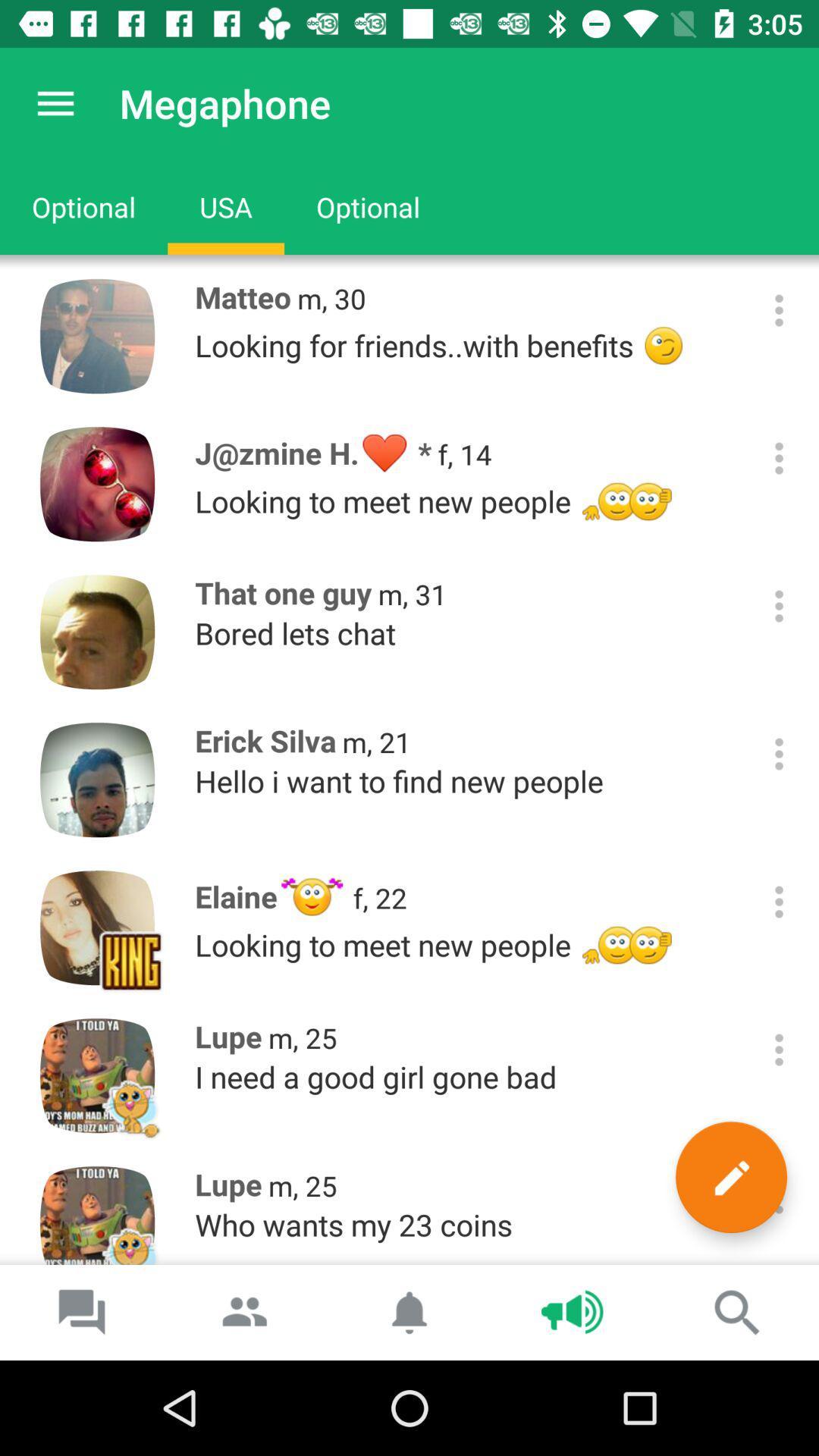  What do you see at coordinates (730, 1176) in the screenshot?
I see `the edit icon` at bounding box center [730, 1176].